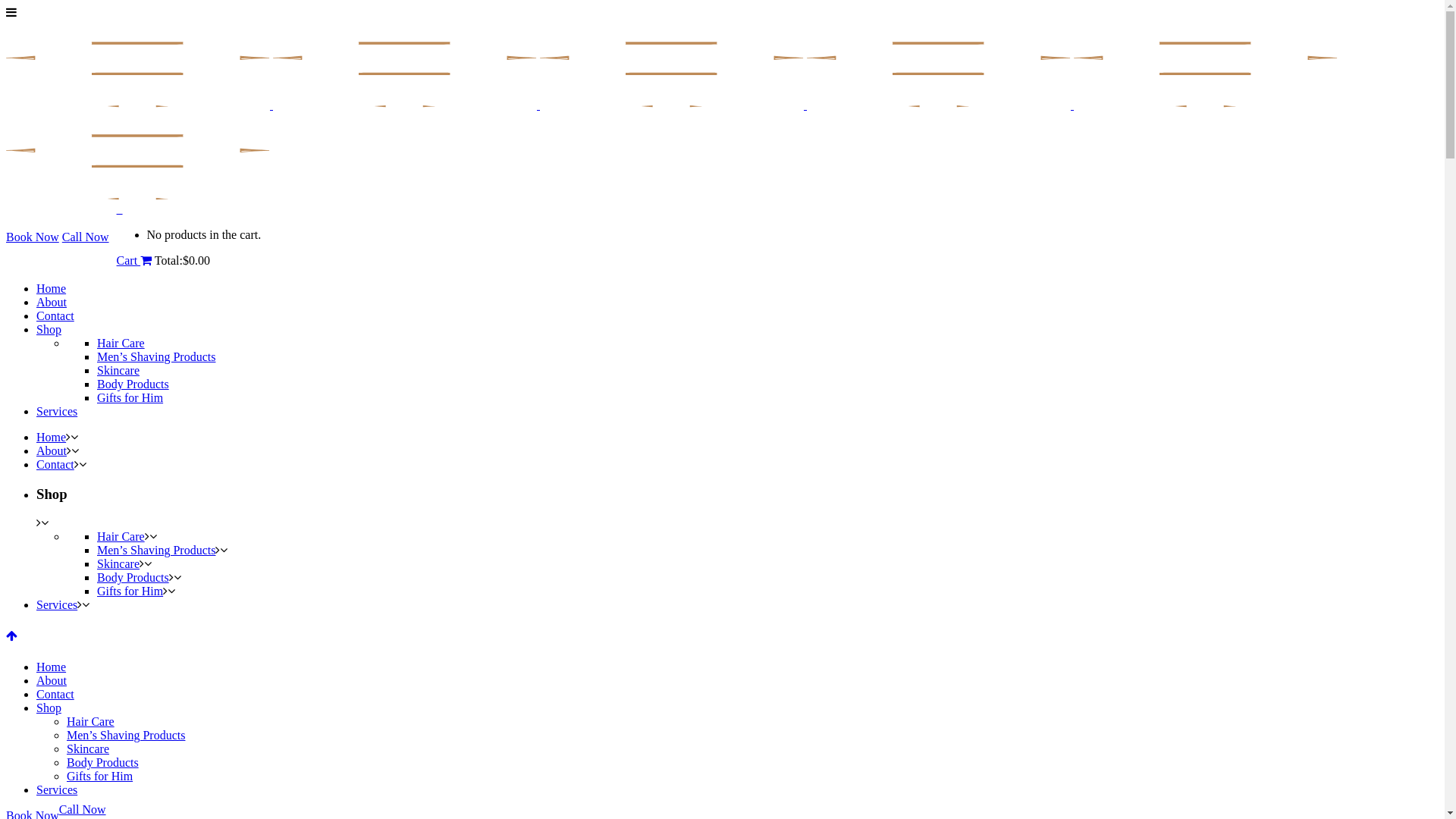  Describe the element at coordinates (51, 450) in the screenshot. I see `'About'` at that location.